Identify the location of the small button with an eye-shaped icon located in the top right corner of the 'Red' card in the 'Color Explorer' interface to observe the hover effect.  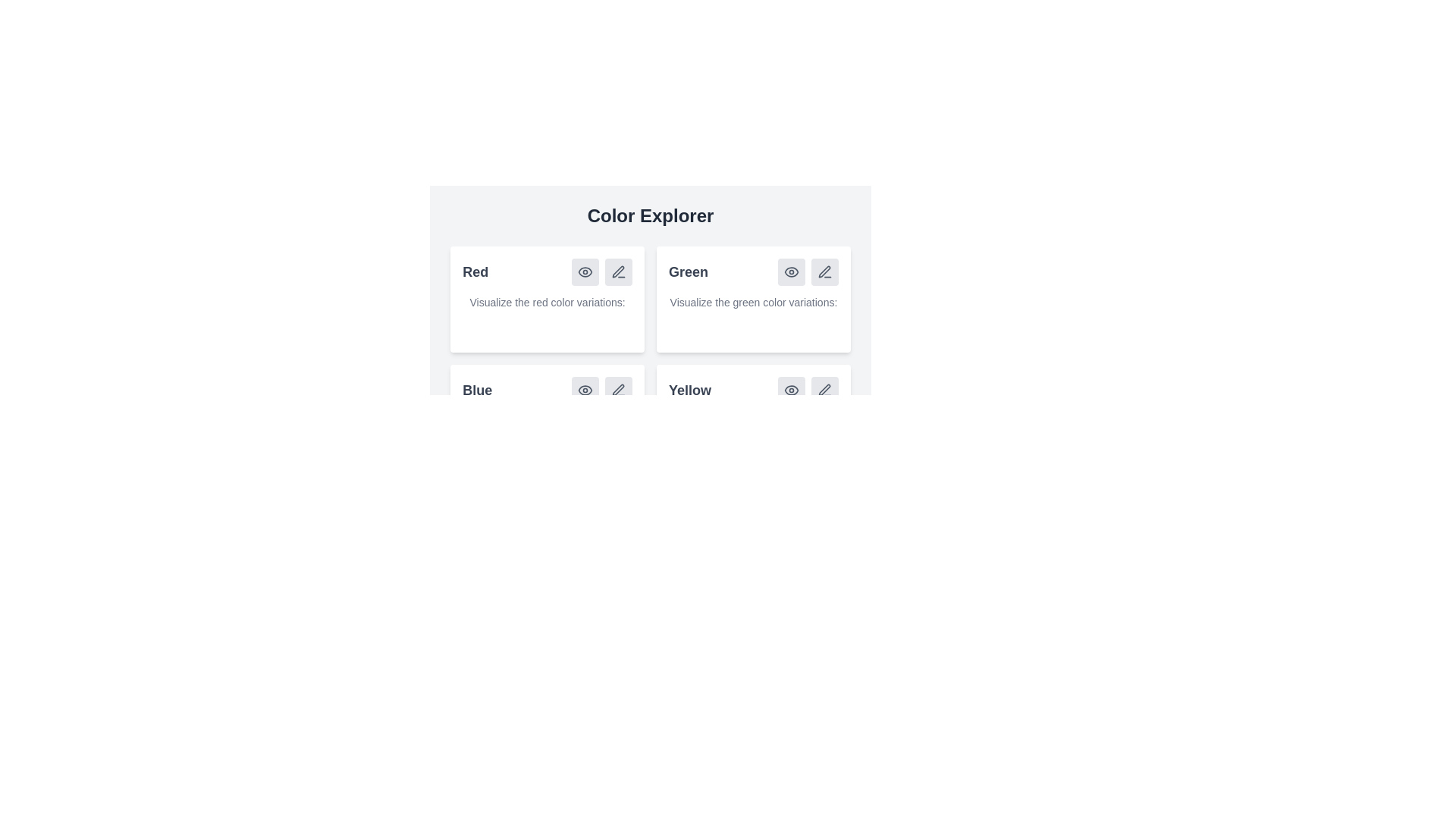
(585, 271).